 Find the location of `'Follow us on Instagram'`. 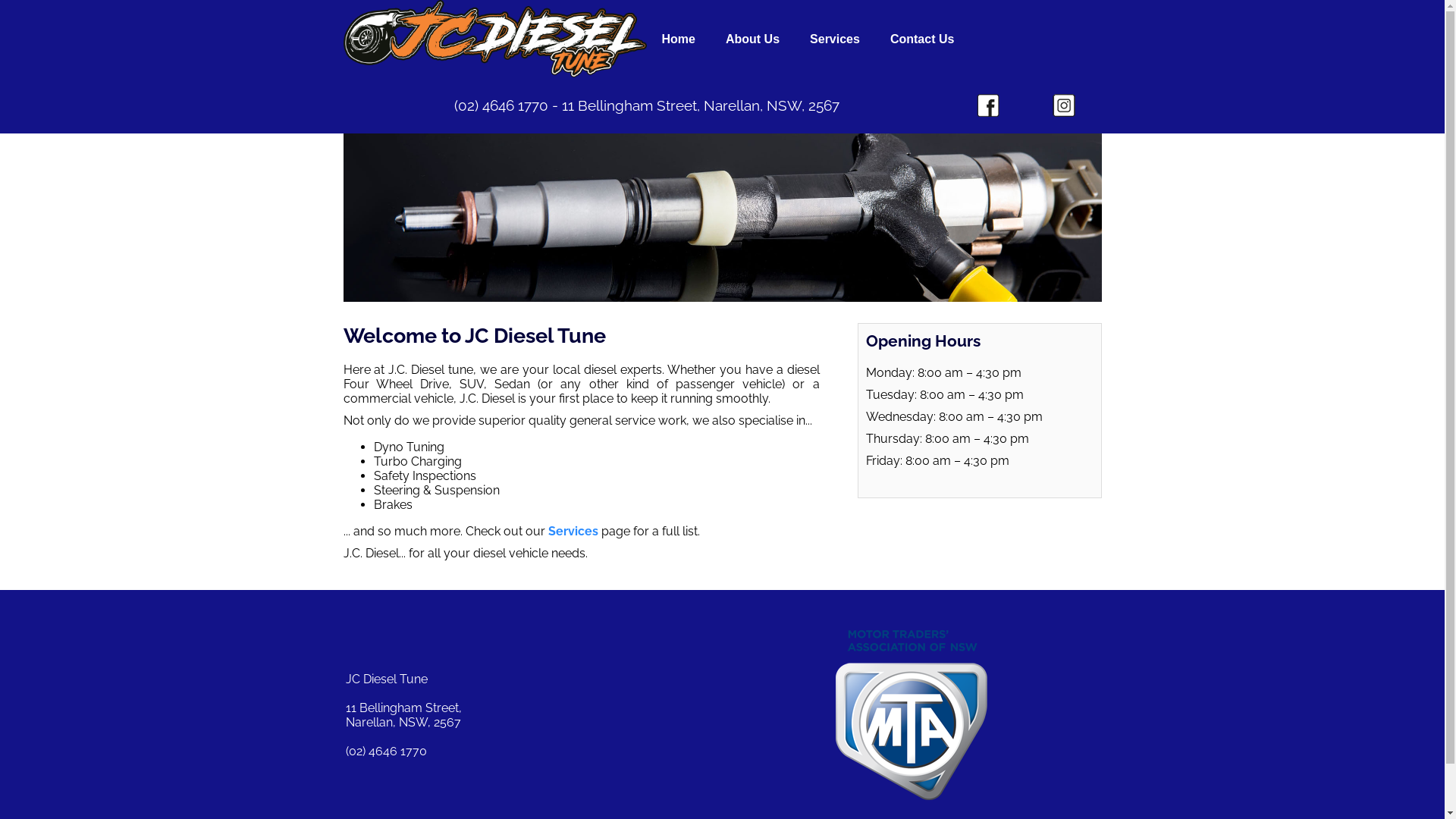

'Follow us on Instagram' is located at coordinates (1062, 104).